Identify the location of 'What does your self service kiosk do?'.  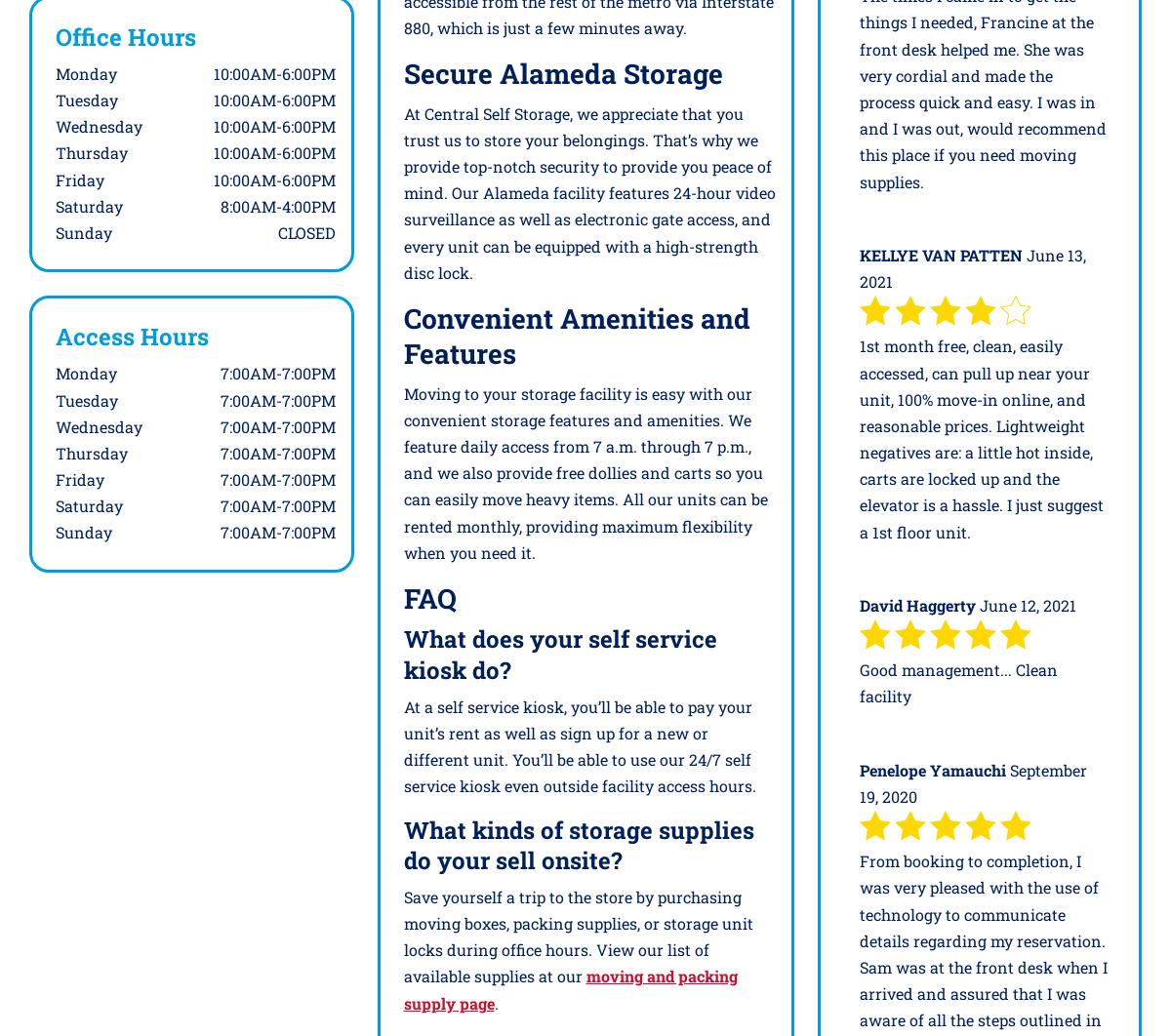
(558, 654).